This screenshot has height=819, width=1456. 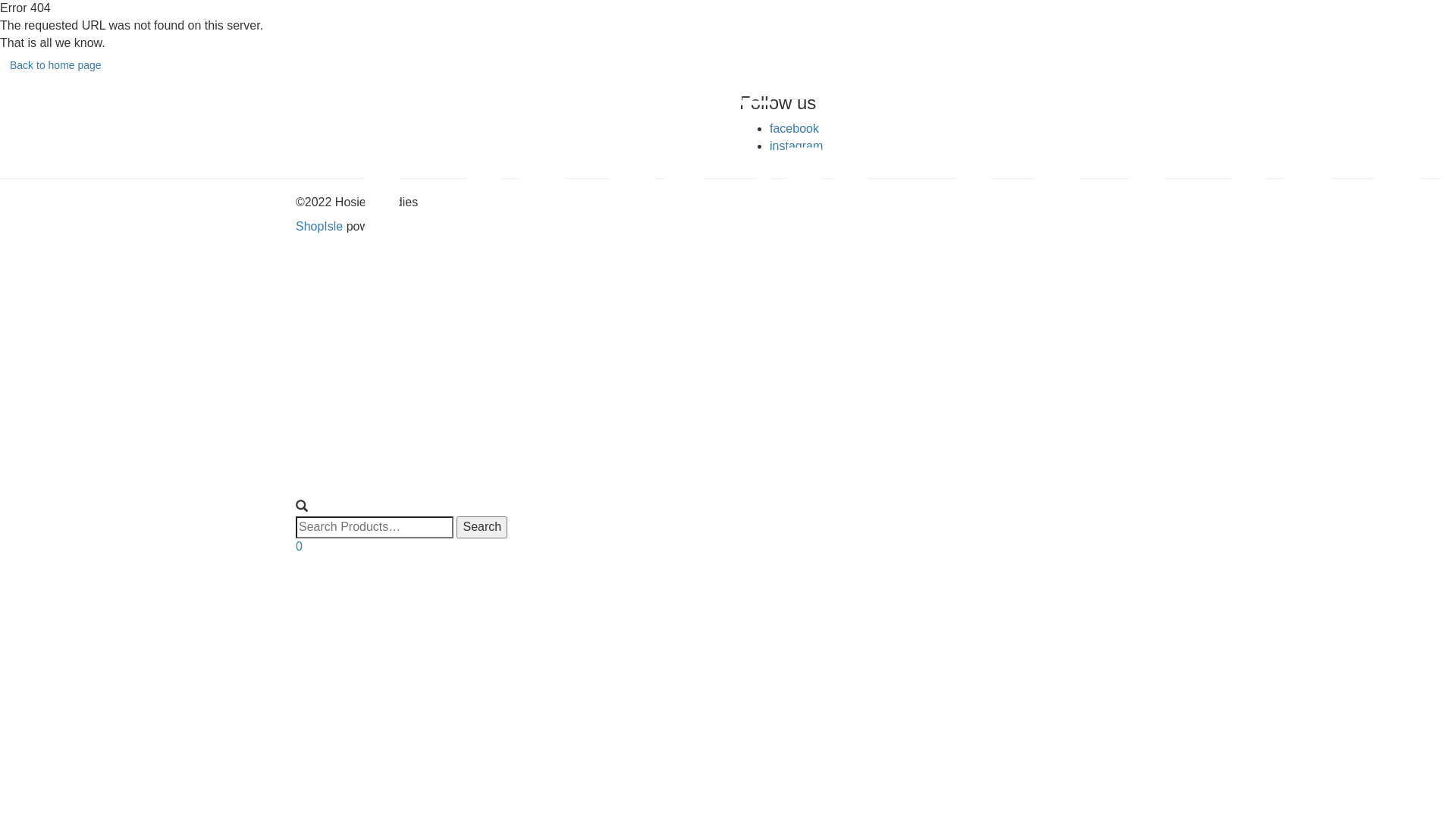 What do you see at coordinates (793, 127) in the screenshot?
I see `'facebook'` at bounding box center [793, 127].